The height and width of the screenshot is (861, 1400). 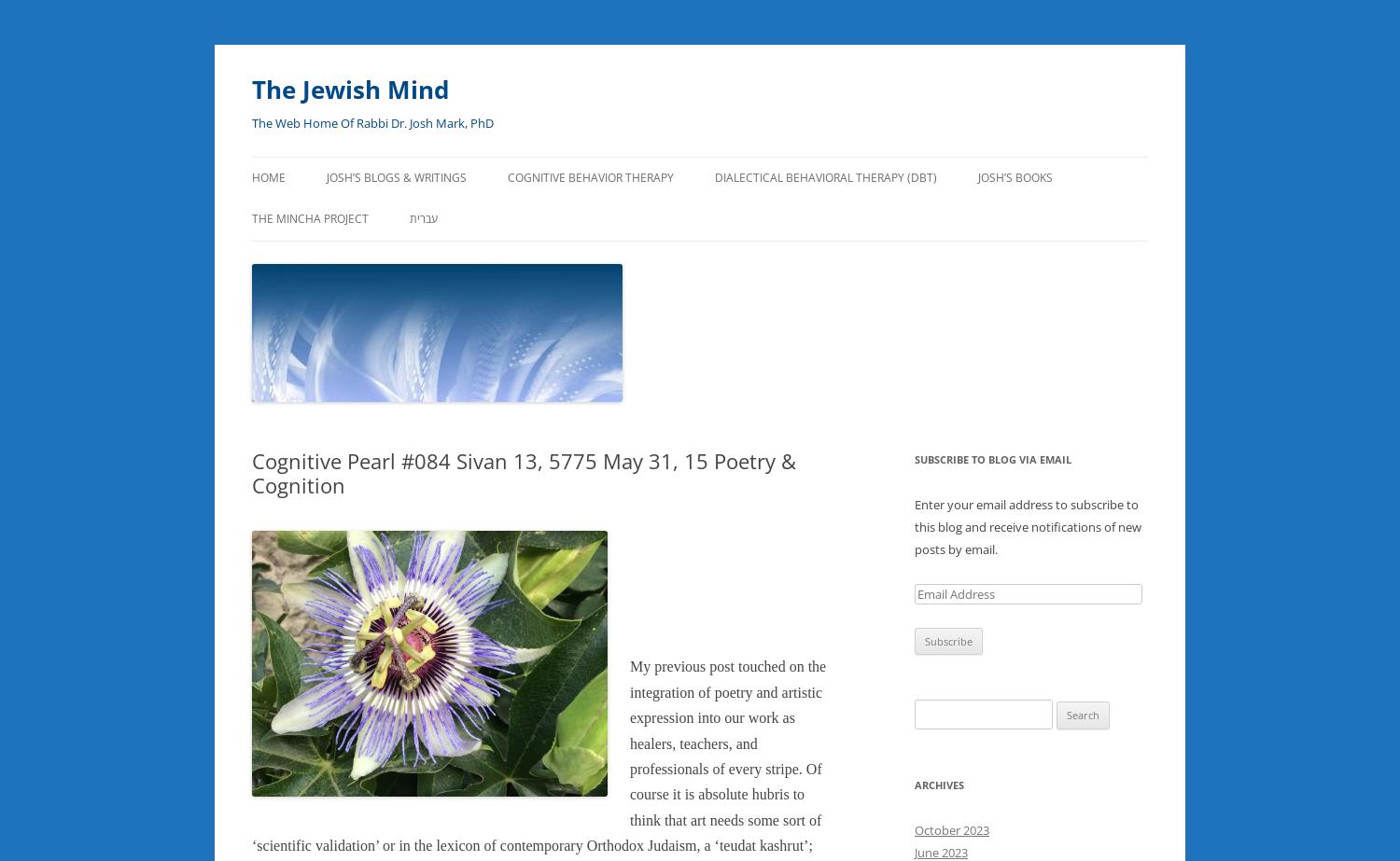 What do you see at coordinates (1014, 177) in the screenshot?
I see `'Josh’s Books'` at bounding box center [1014, 177].